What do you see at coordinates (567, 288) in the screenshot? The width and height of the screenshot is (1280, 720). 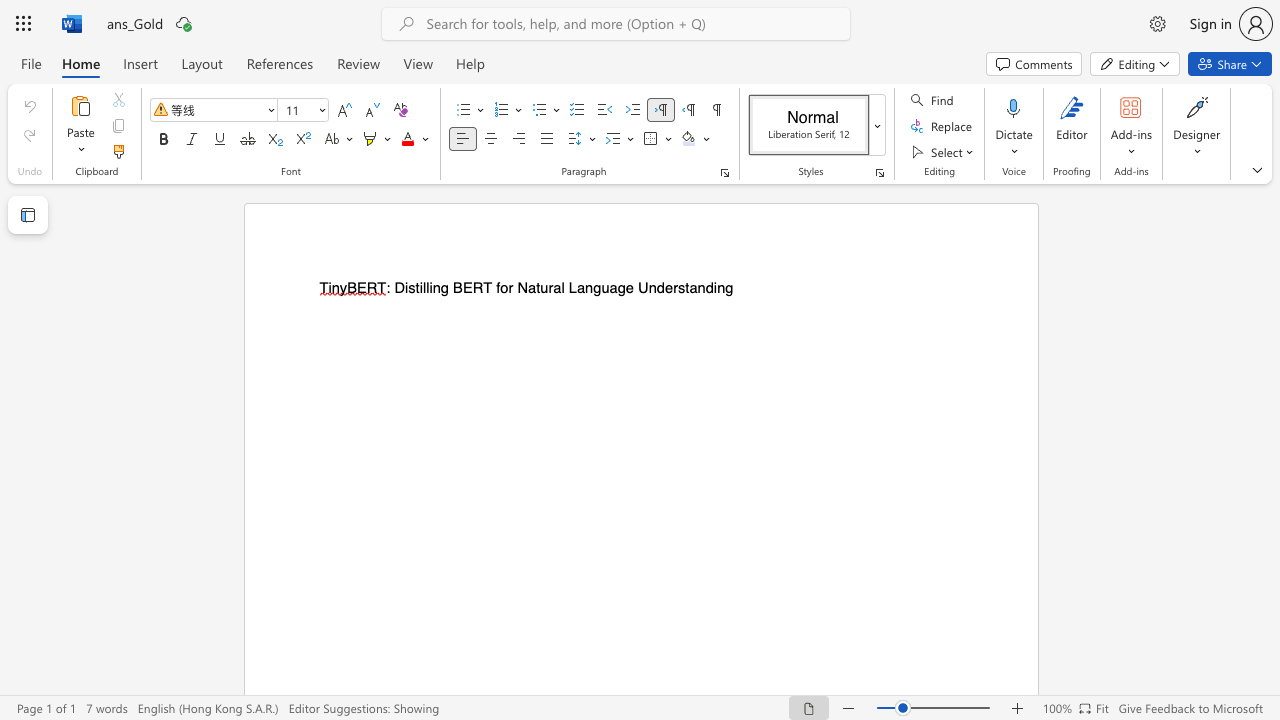 I see `the subset text "Language Un" within the text ": Distilling BERT for Natural Language Understanding"` at bounding box center [567, 288].